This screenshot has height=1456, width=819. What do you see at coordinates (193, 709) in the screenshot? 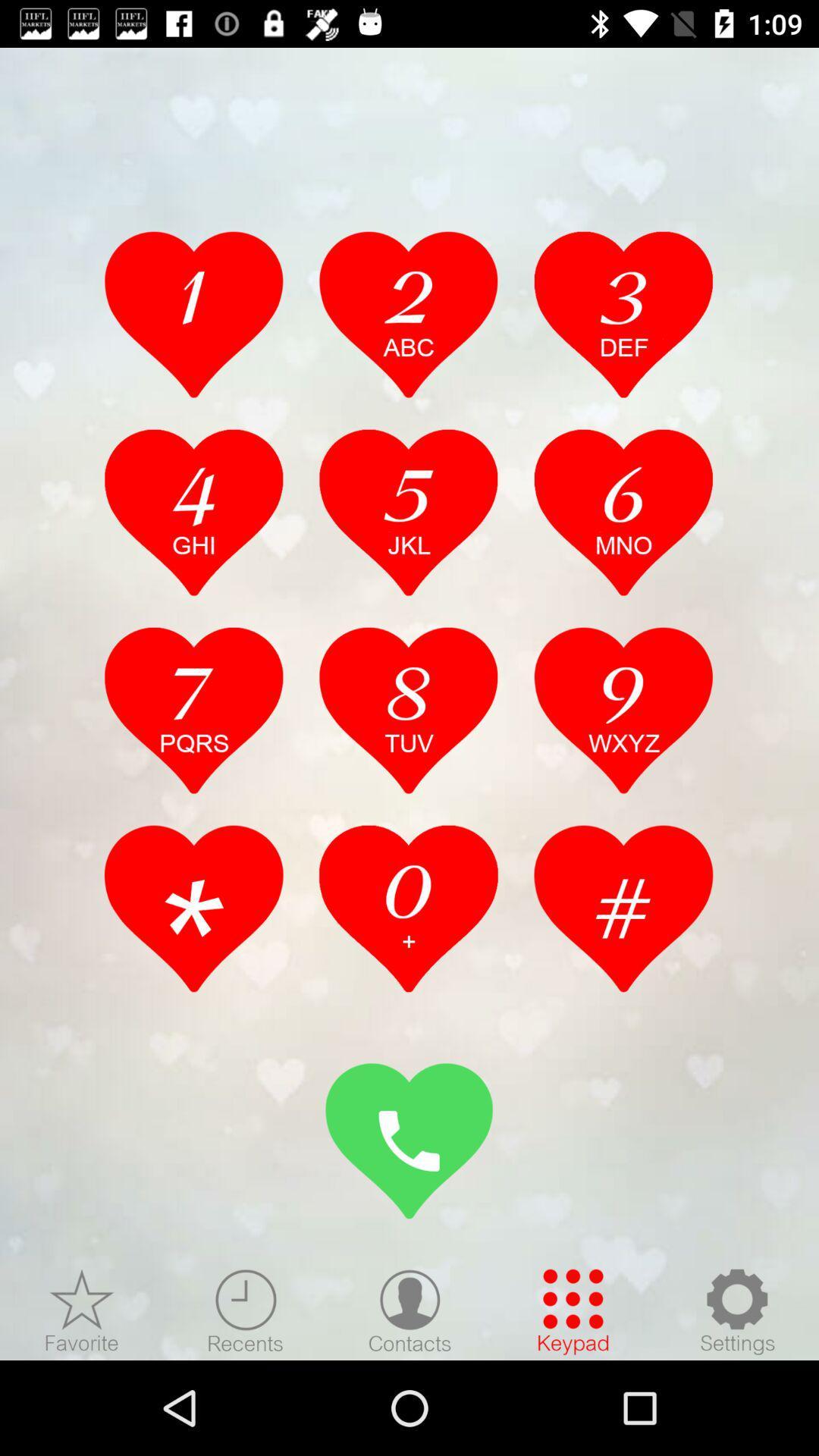
I see `number list` at bounding box center [193, 709].